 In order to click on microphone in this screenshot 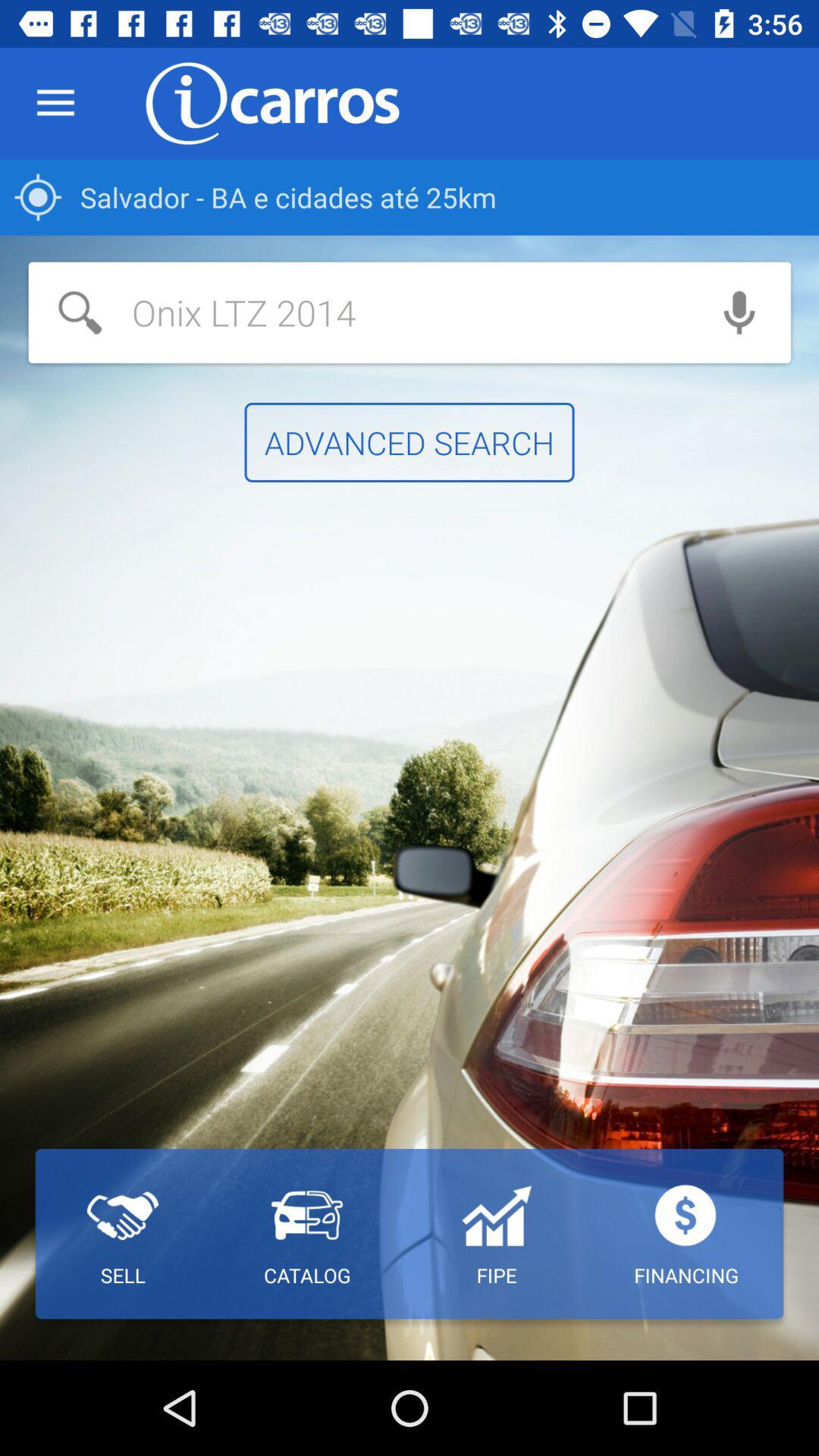, I will do `click(739, 312)`.